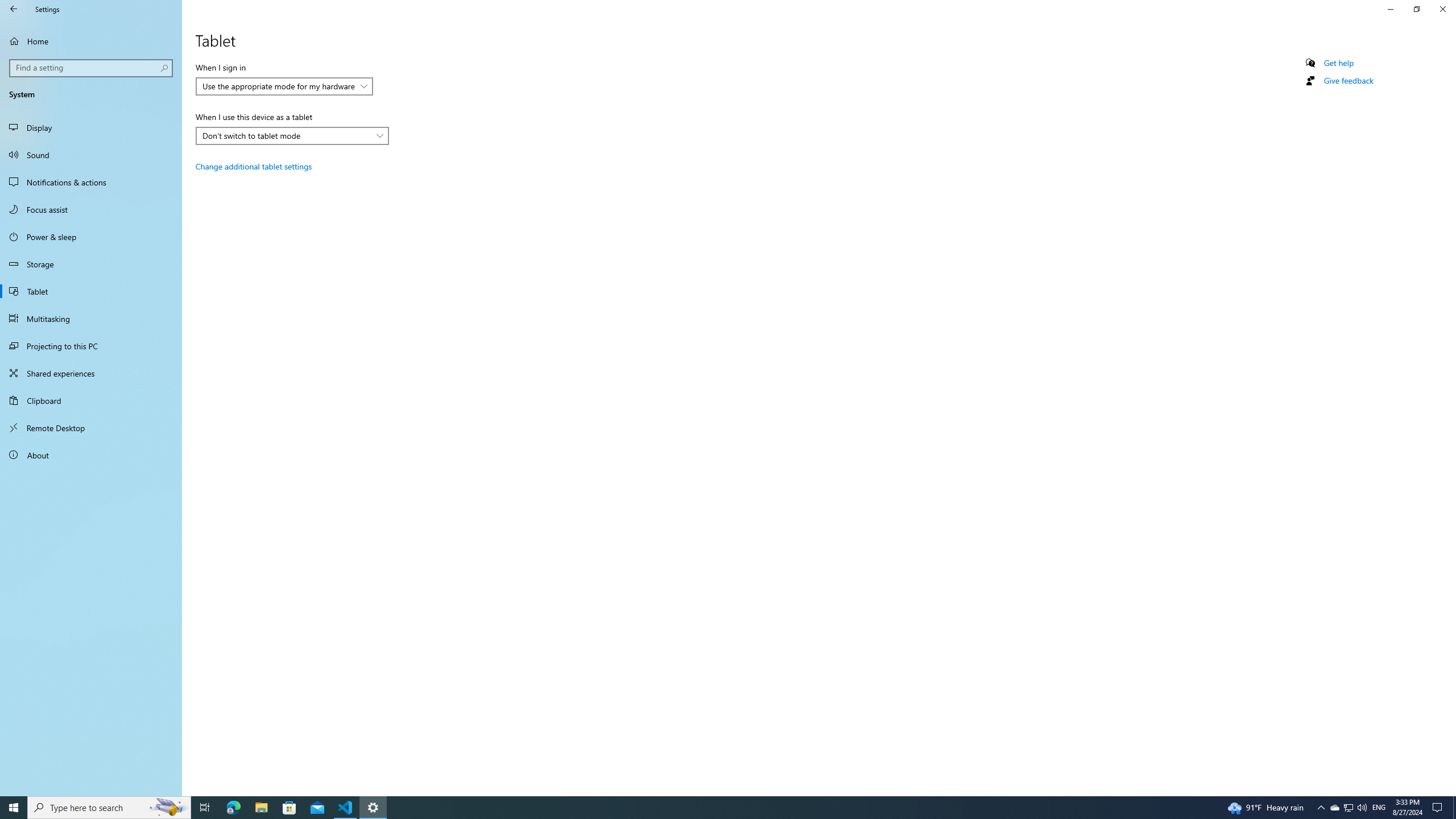  Describe the element at coordinates (292, 135) in the screenshot. I see `'When I use this device as a tablet'` at that location.